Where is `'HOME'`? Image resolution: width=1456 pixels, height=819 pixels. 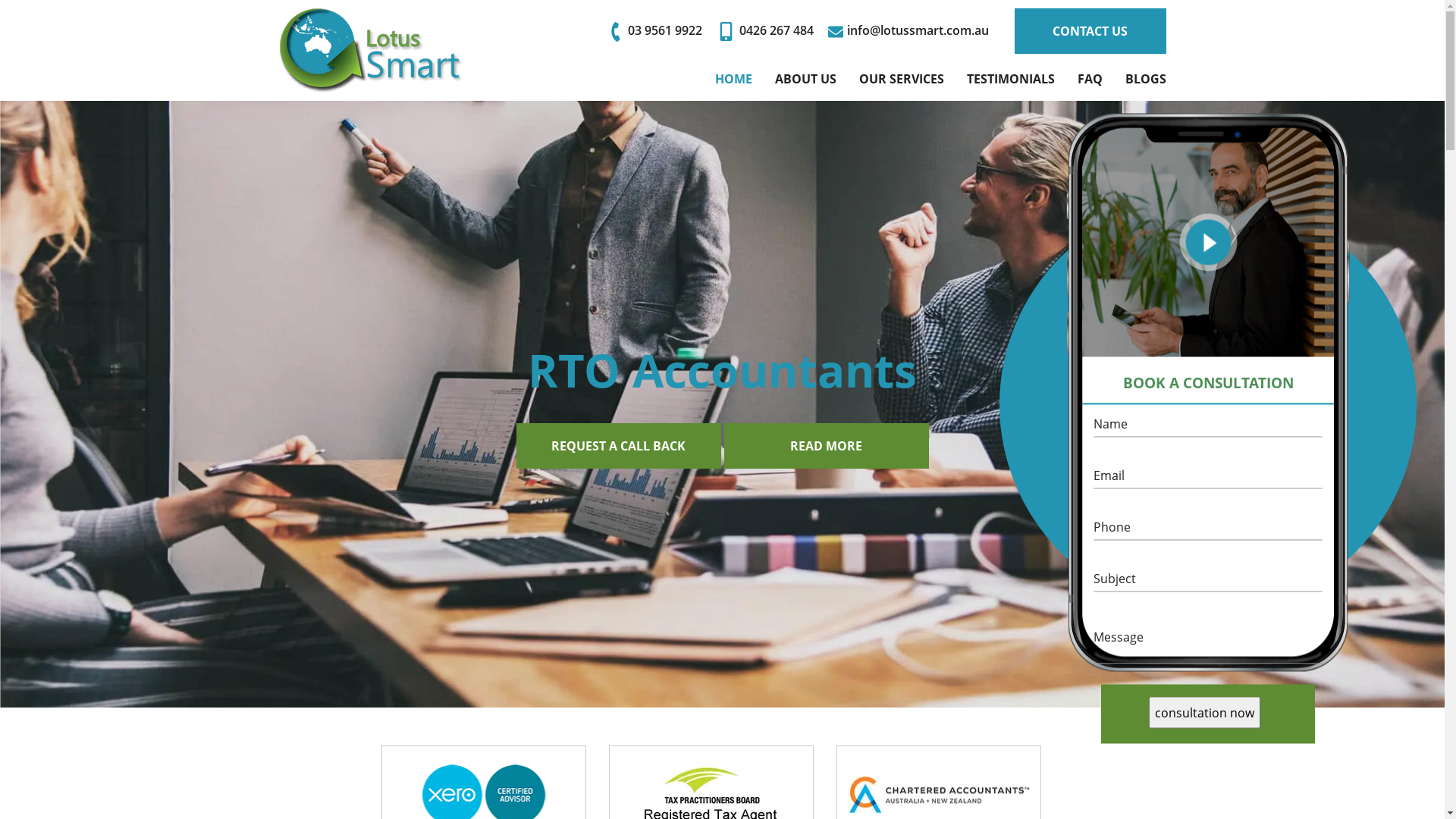 'HOME' is located at coordinates (733, 79).